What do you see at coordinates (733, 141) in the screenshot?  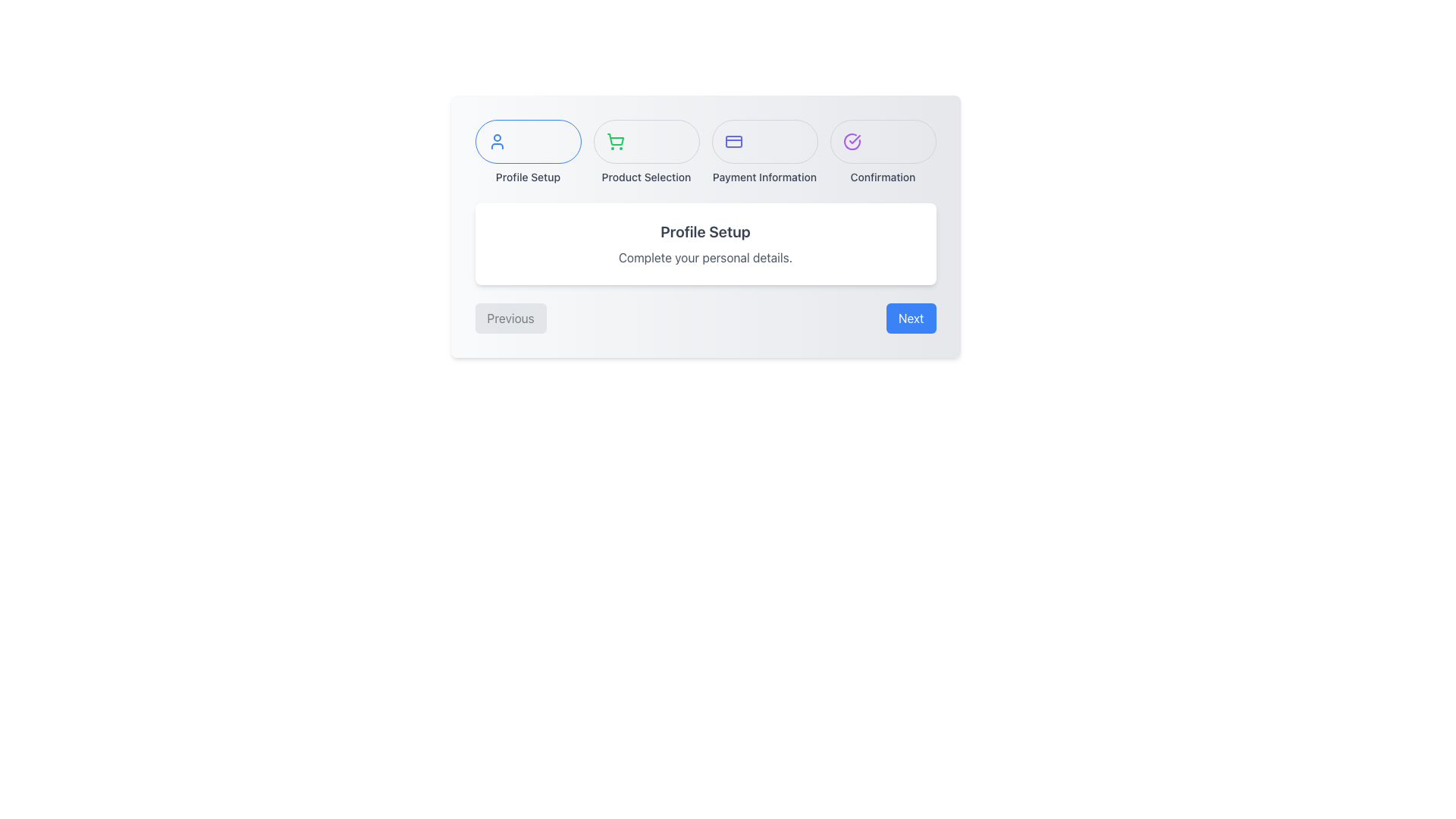 I see `the decorative rectangular part of the credit card icon located in the 'Payment Information' section of the navigation stepper` at bounding box center [733, 141].